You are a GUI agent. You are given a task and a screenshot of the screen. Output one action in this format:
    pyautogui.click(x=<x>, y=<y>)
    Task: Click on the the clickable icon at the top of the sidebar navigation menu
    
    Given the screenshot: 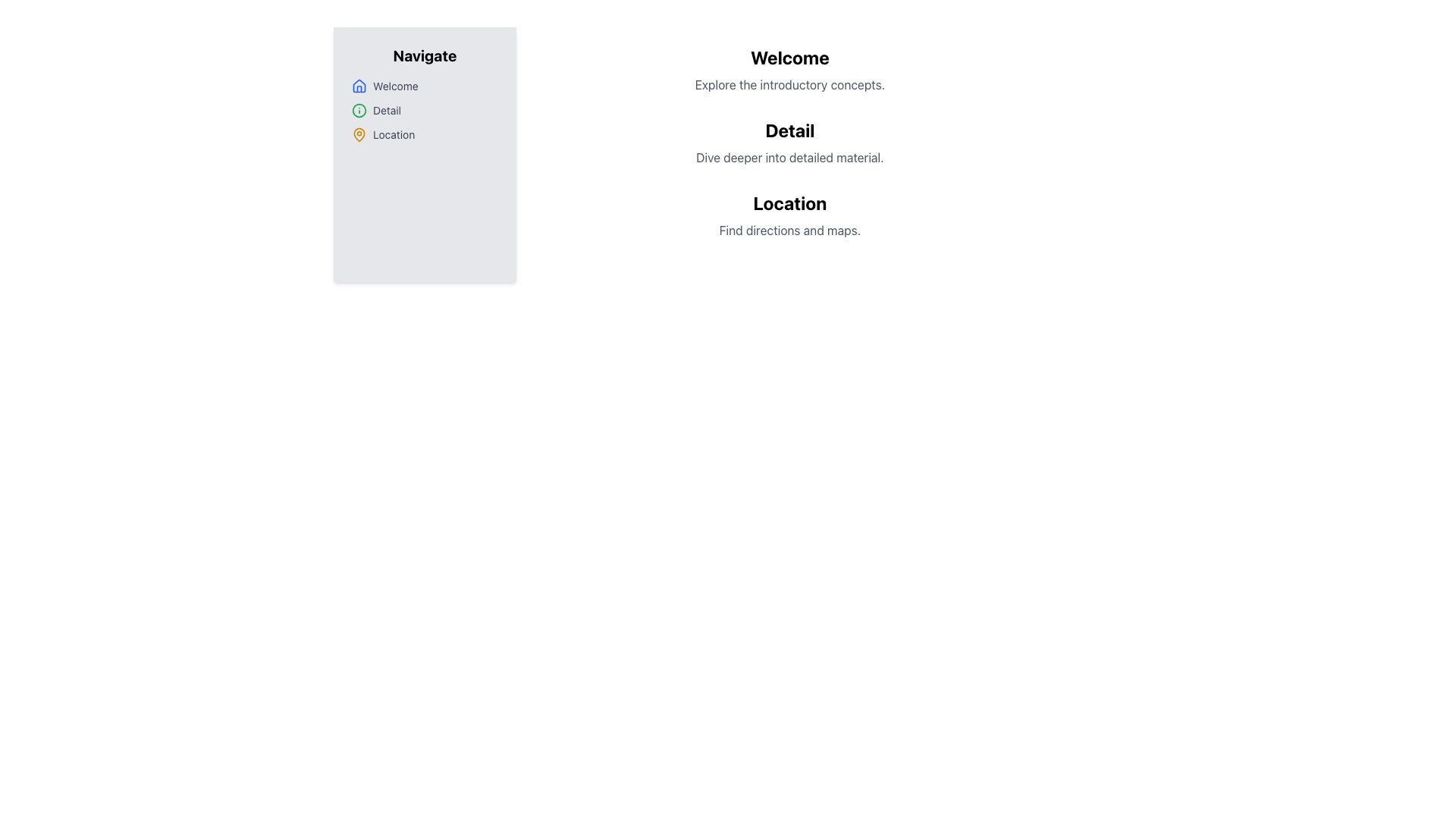 What is the action you would take?
    pyautogui.click(x=359, y=86)
    